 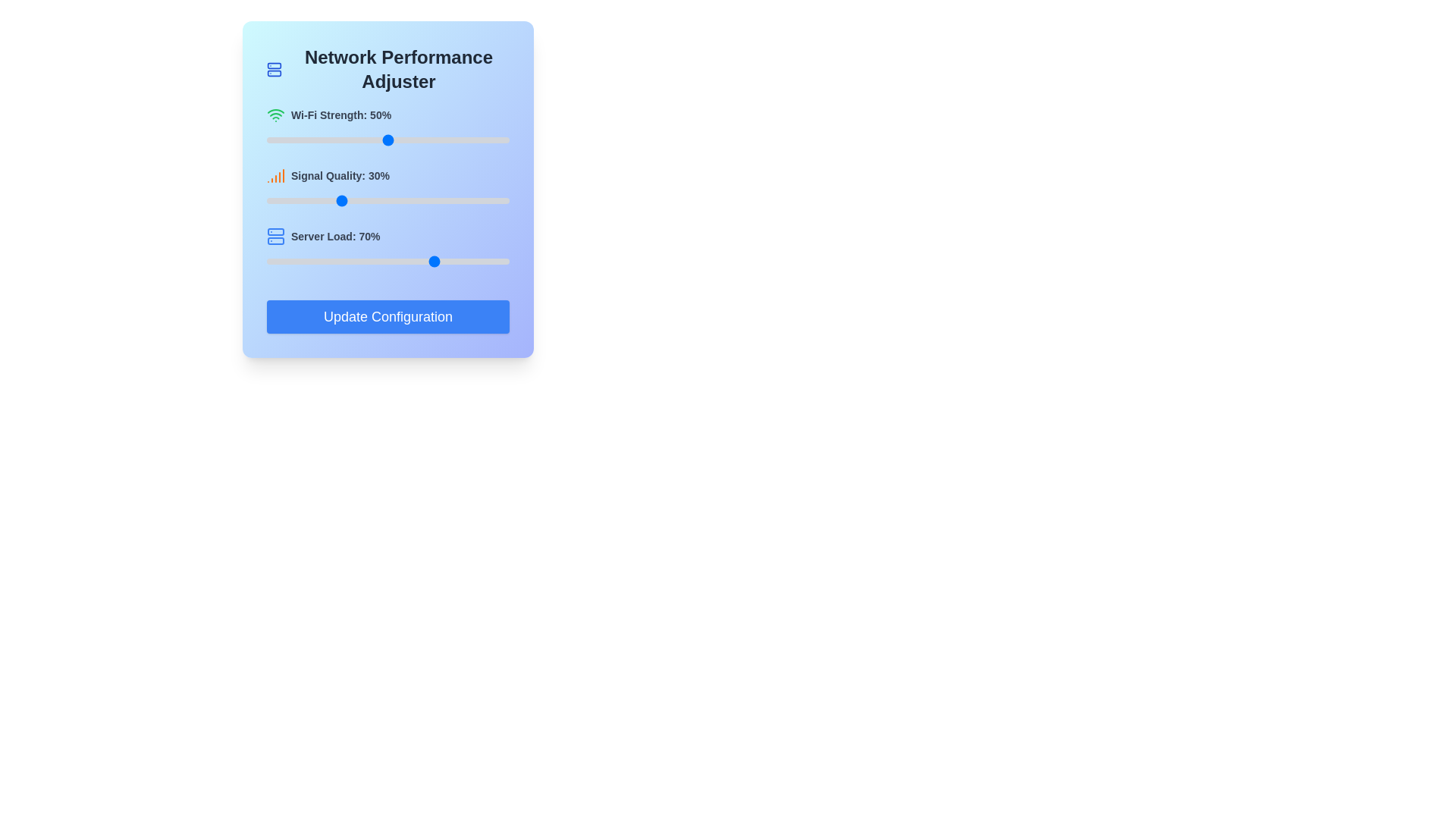 I want to click on signal quality, so click(x=450, y=200).